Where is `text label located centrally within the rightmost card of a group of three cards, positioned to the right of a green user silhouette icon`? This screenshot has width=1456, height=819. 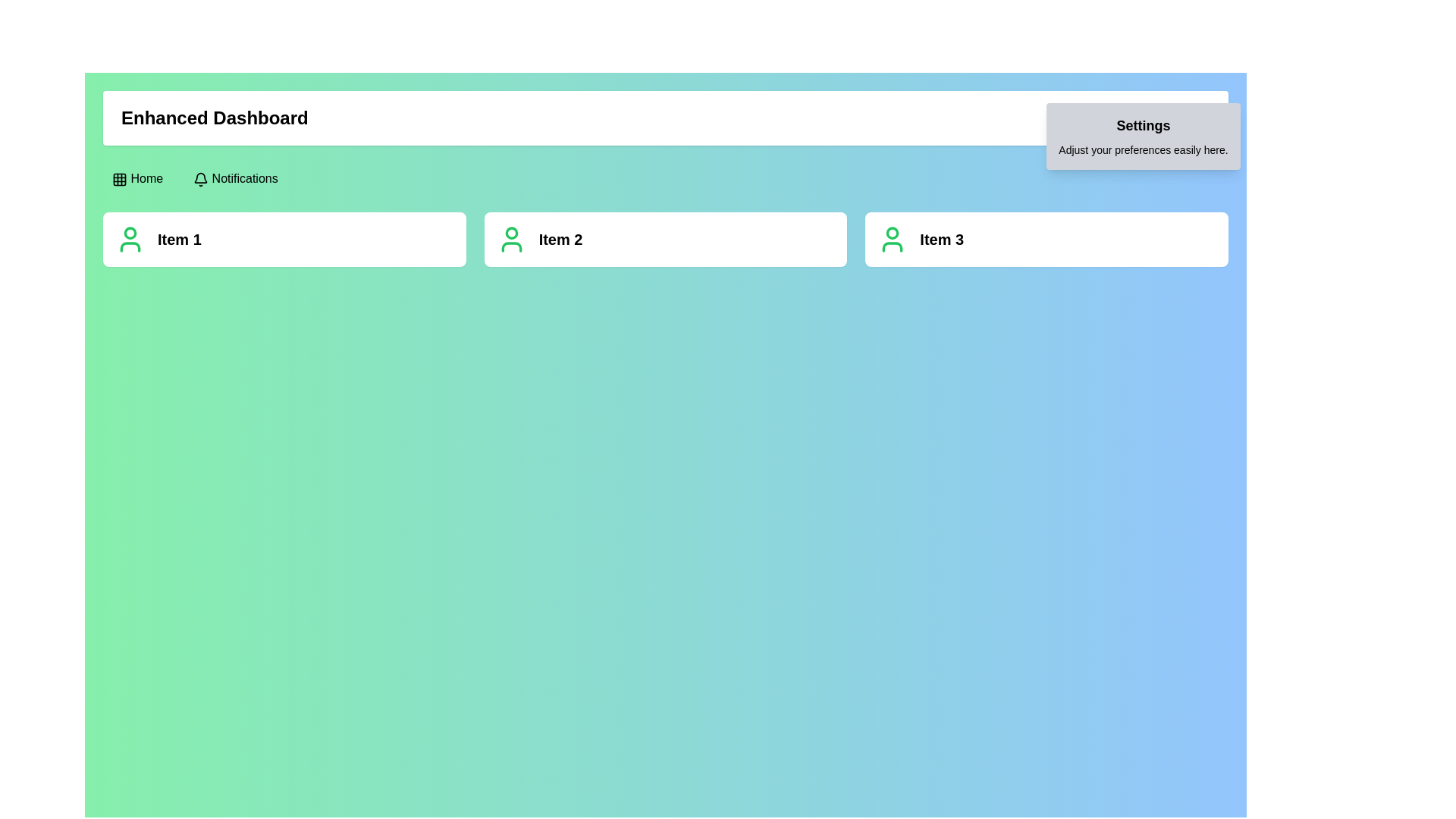 text label located centrally within the rightmost card of a group of three cards, positioned to the right of a green user silhouette icon is located at coordinates (941, 239).